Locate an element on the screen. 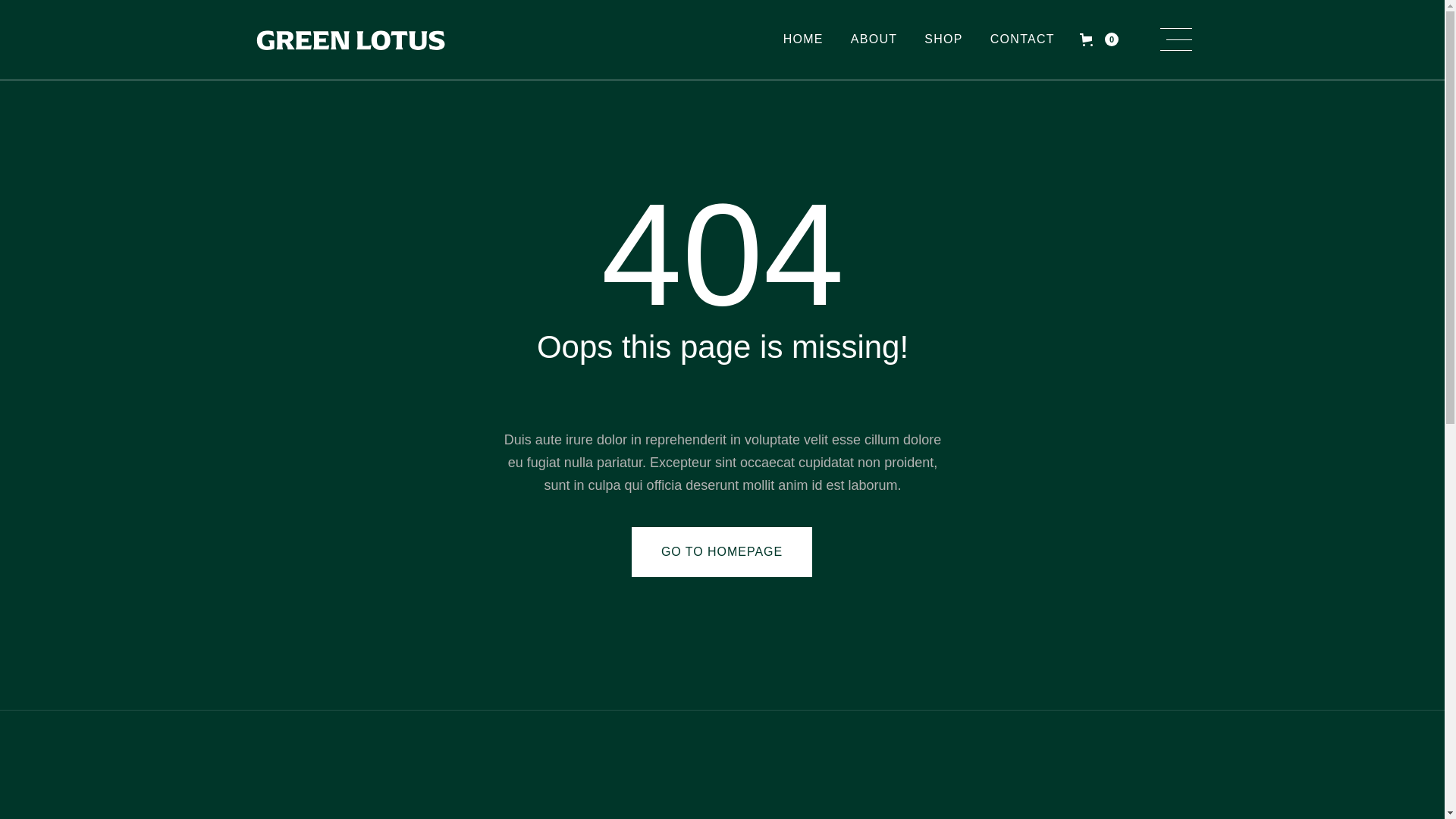 This screenshot has height=819, width=1456. 'CONTACT' is located at coordinates (1022, 39).